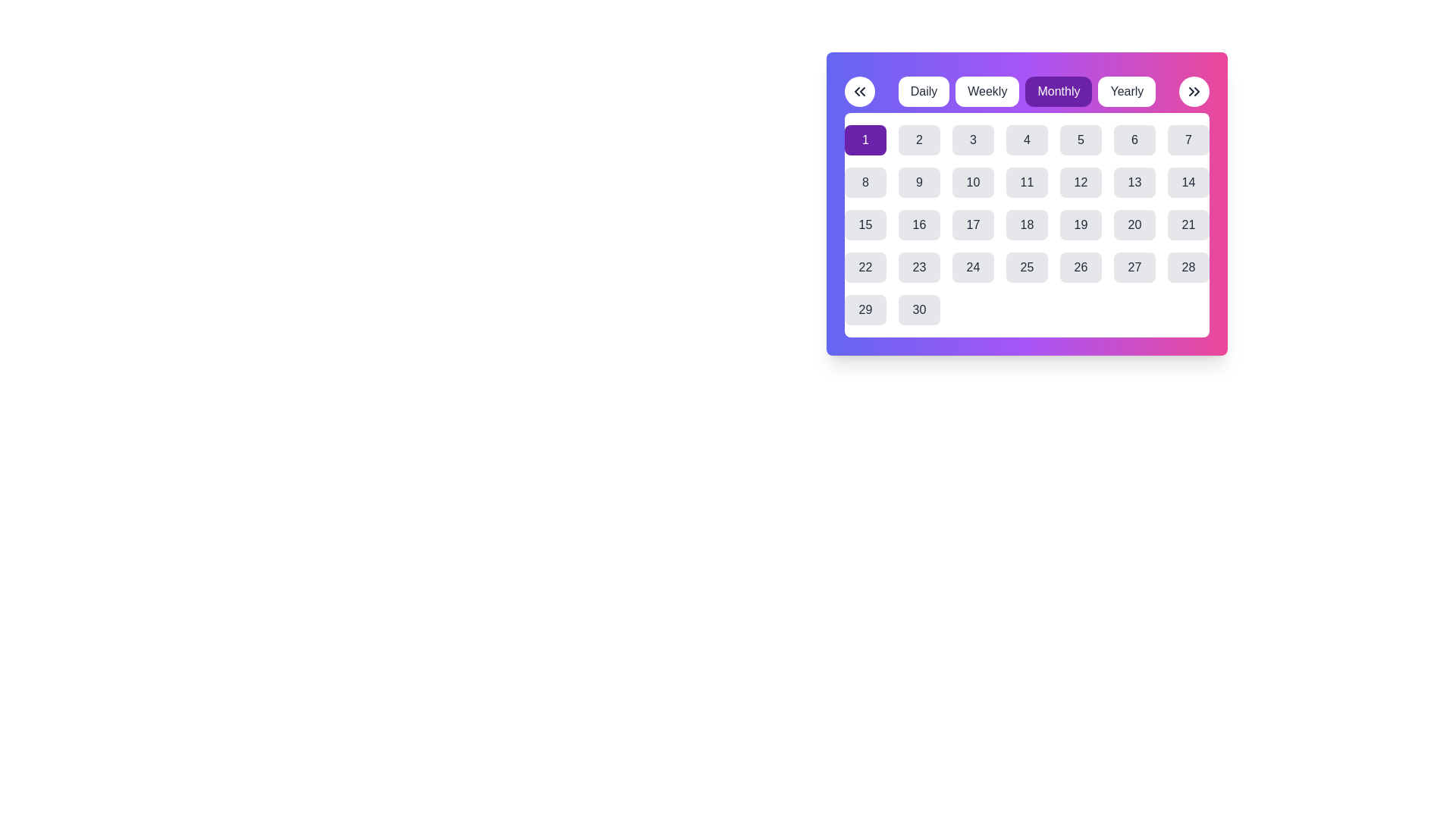 This screenshot has width=1456, height=819. I want to click on the button labeled '5' in the calendar grid, so click(1080, 140).